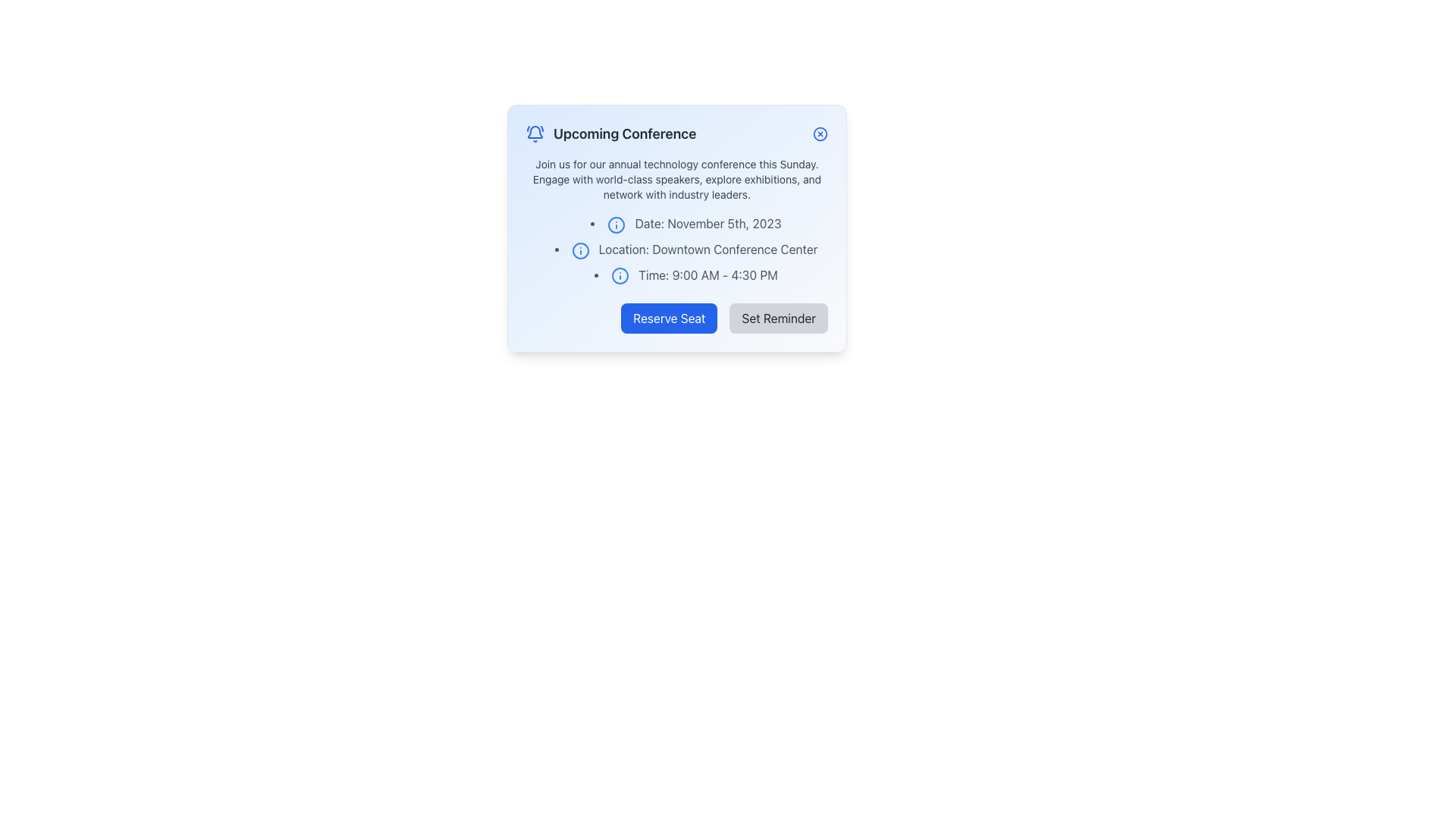  I want to click on the information icon, which is a circular shape outlined in blue with a smaller blue dot inside, located before the text 'Time: 9:00 AM - 4:30 PM', so click(620, 276).